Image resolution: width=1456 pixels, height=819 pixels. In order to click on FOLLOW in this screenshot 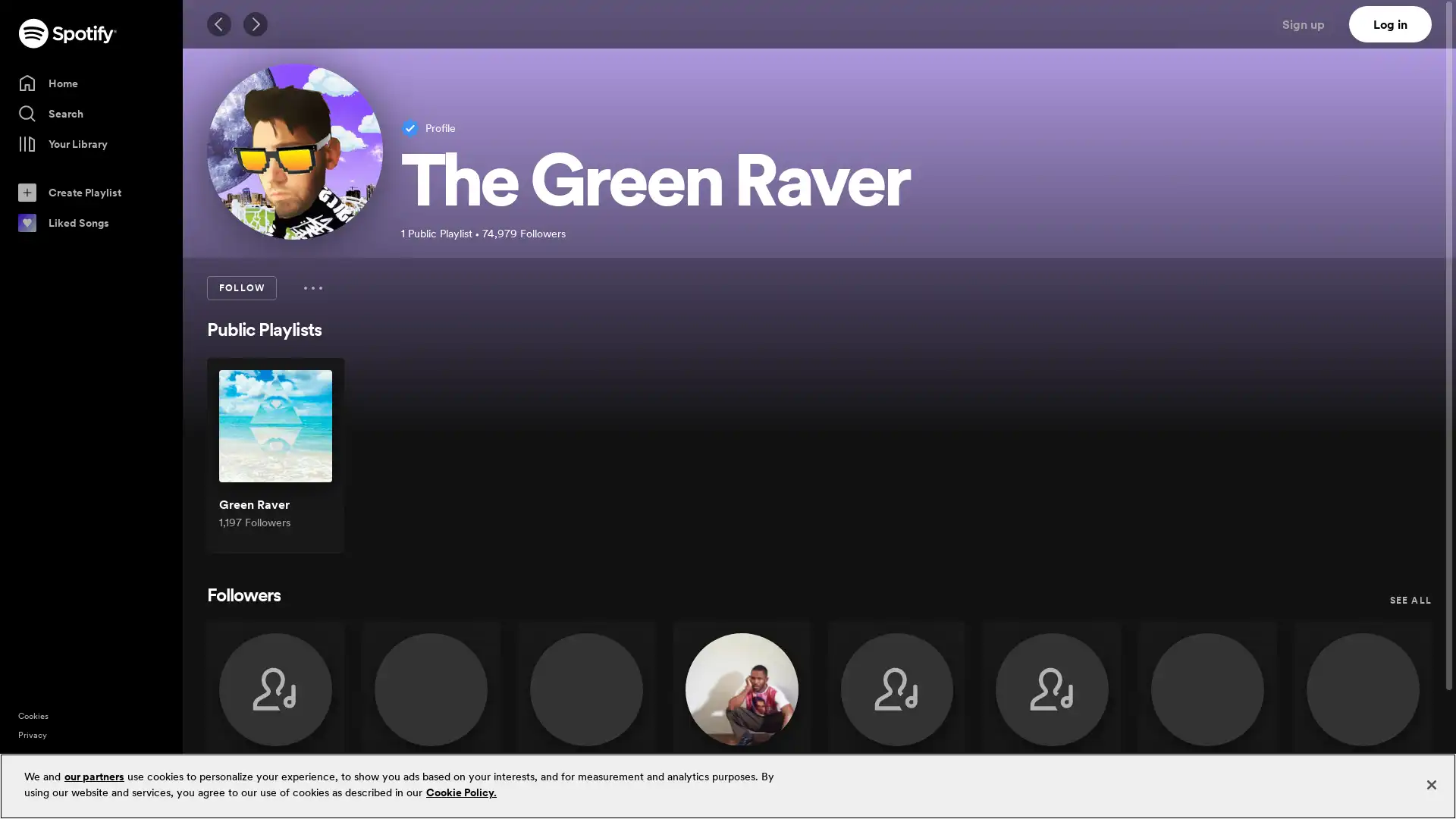, I will do `click(240, 288)`.